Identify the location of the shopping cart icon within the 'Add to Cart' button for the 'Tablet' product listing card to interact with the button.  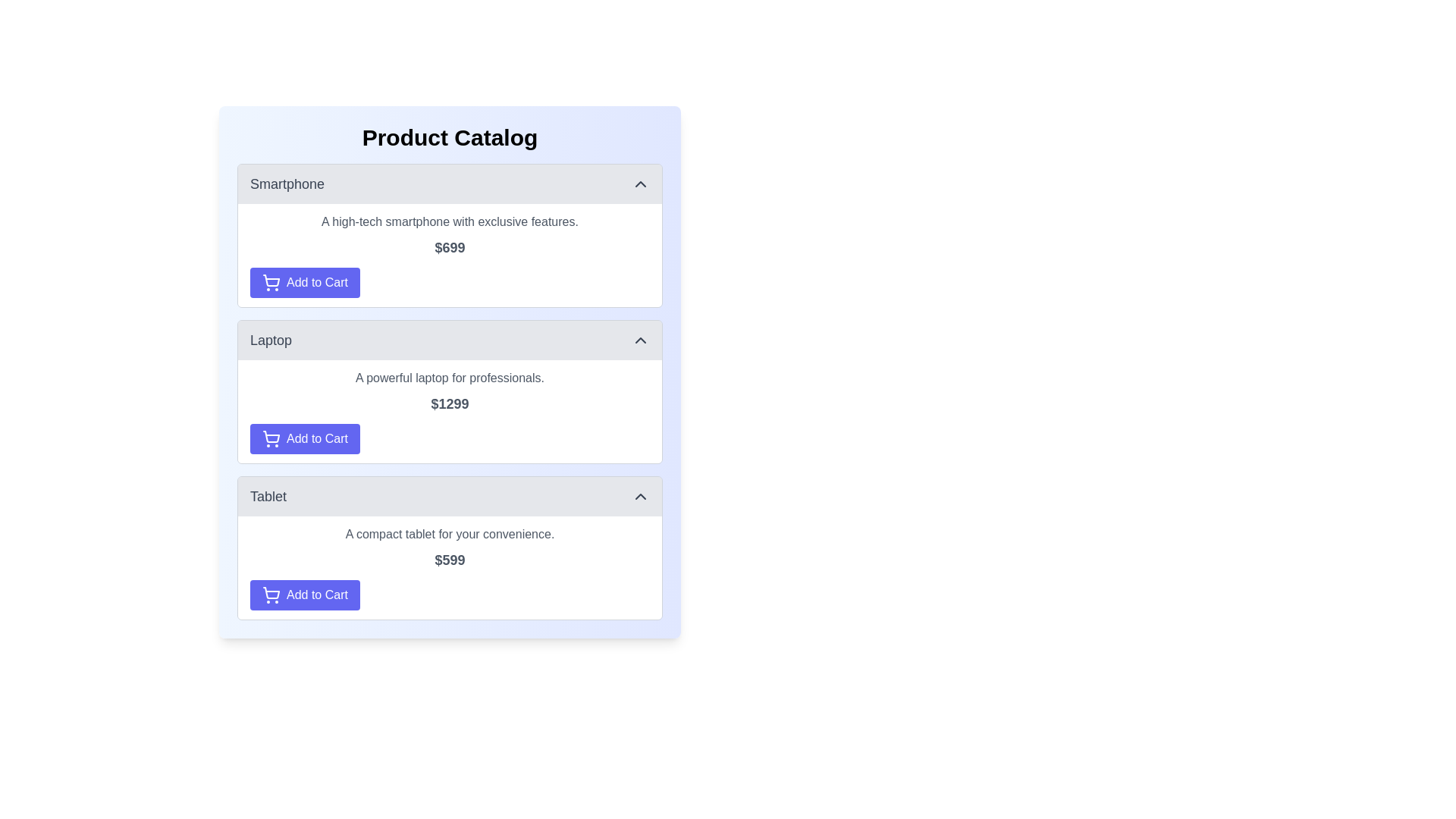
(271, 595).